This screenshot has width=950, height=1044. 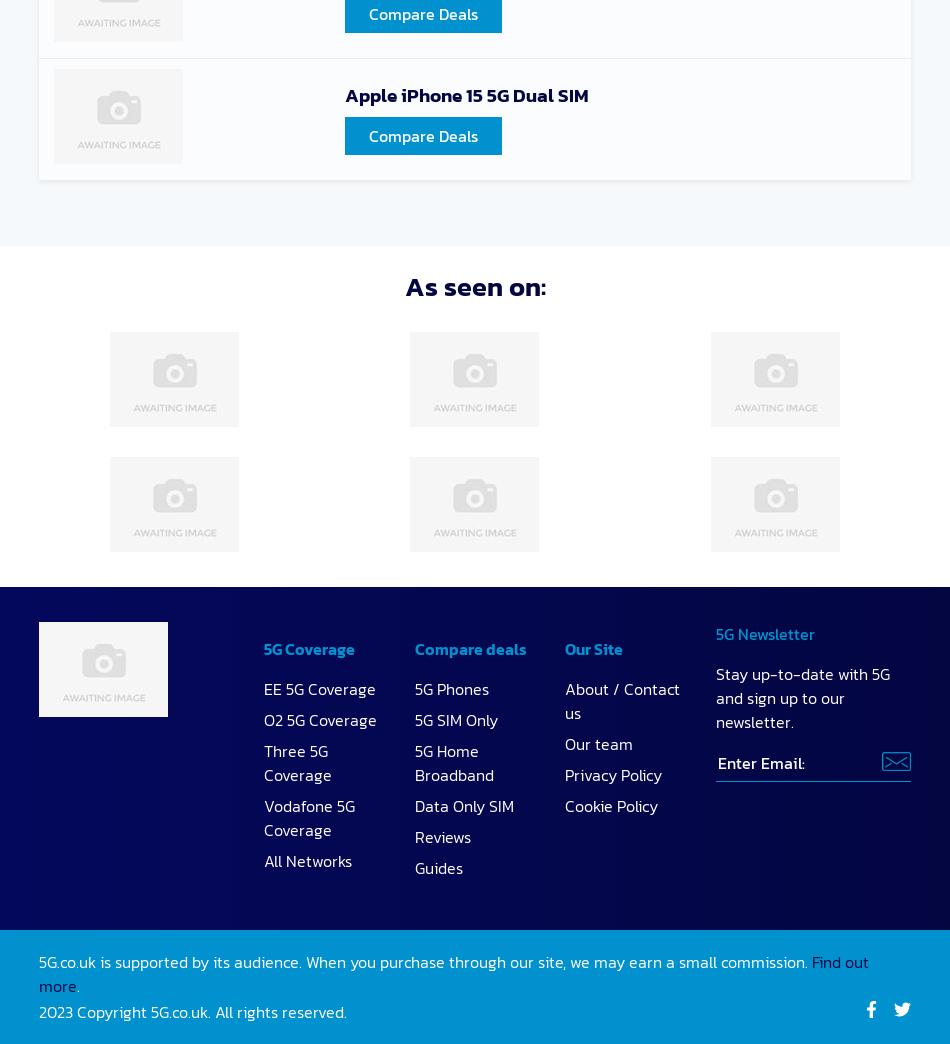 I want to click on 'Privacy Policy', so click(x=613, y=774).